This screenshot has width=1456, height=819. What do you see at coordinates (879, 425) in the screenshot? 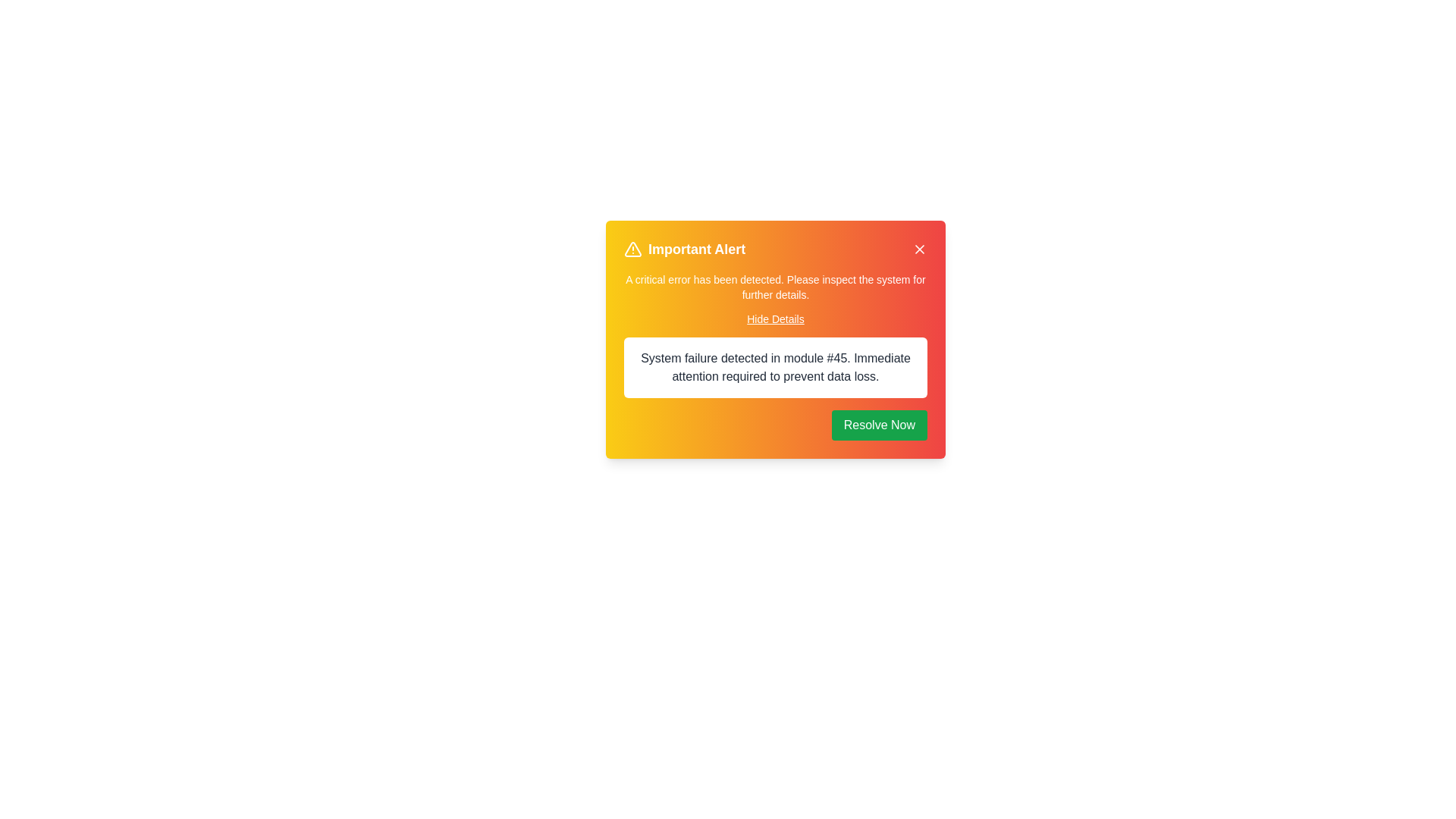
I see `'Resolve Now' button to proceed with resolving the issue` at bounding box center [879, 425].